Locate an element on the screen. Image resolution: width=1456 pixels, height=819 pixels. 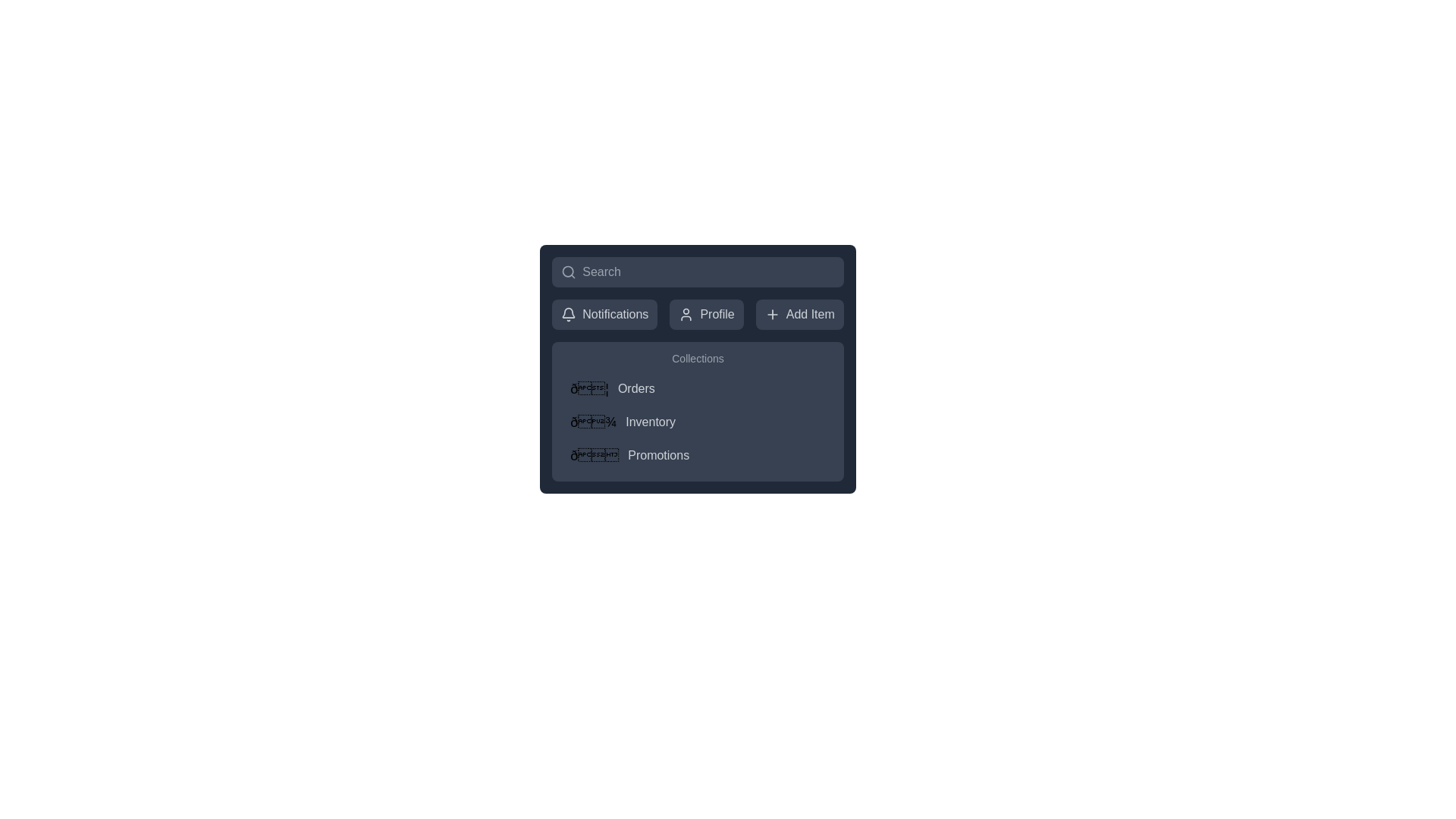
the decorative bell icon located within the notification button at the top-left corner of the interface, indicating its purpose in the notification system is located at coordinates (568, 312).